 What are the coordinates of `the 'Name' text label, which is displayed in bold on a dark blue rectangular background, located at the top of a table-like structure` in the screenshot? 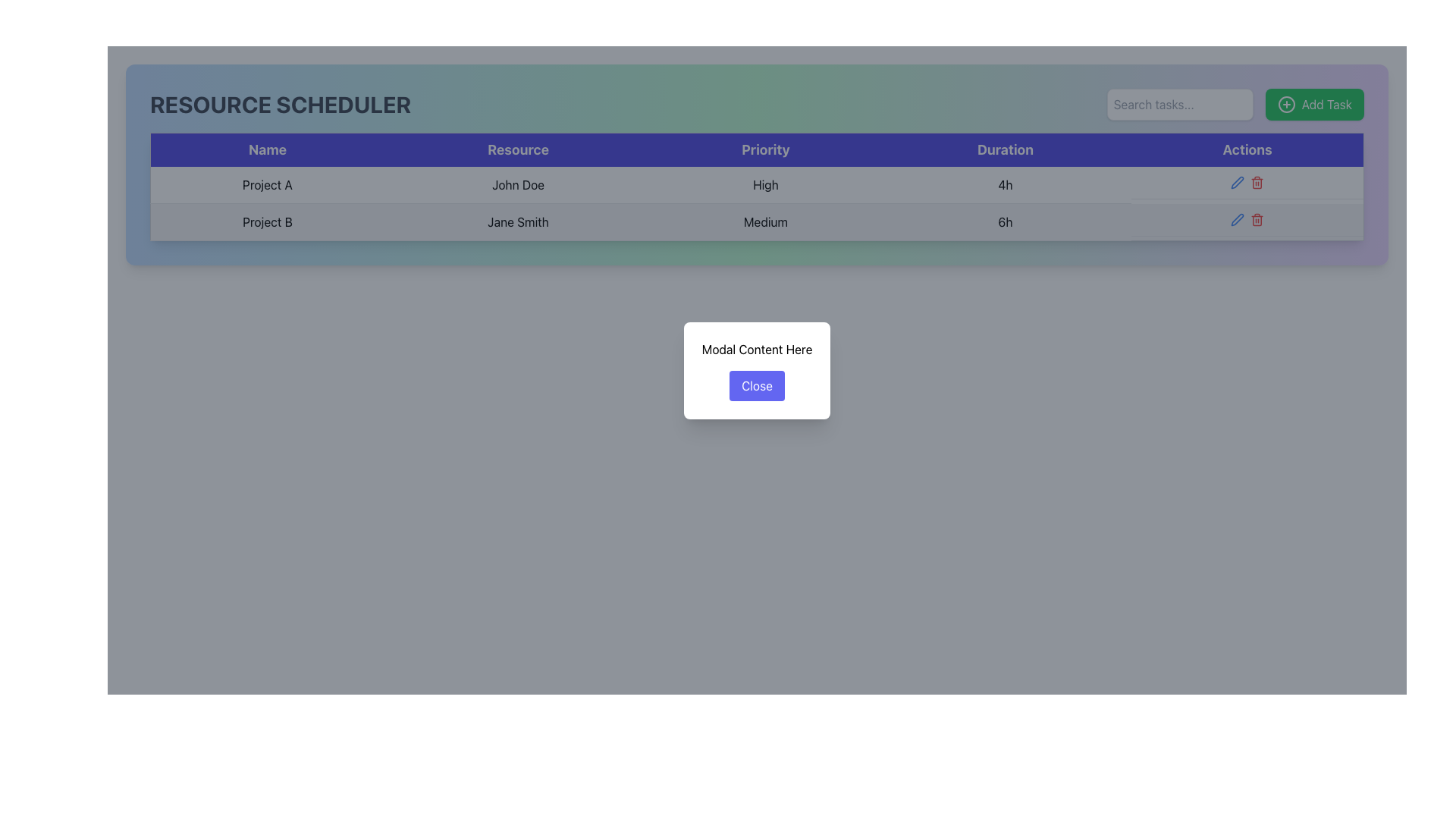 It's located at (267, 149).